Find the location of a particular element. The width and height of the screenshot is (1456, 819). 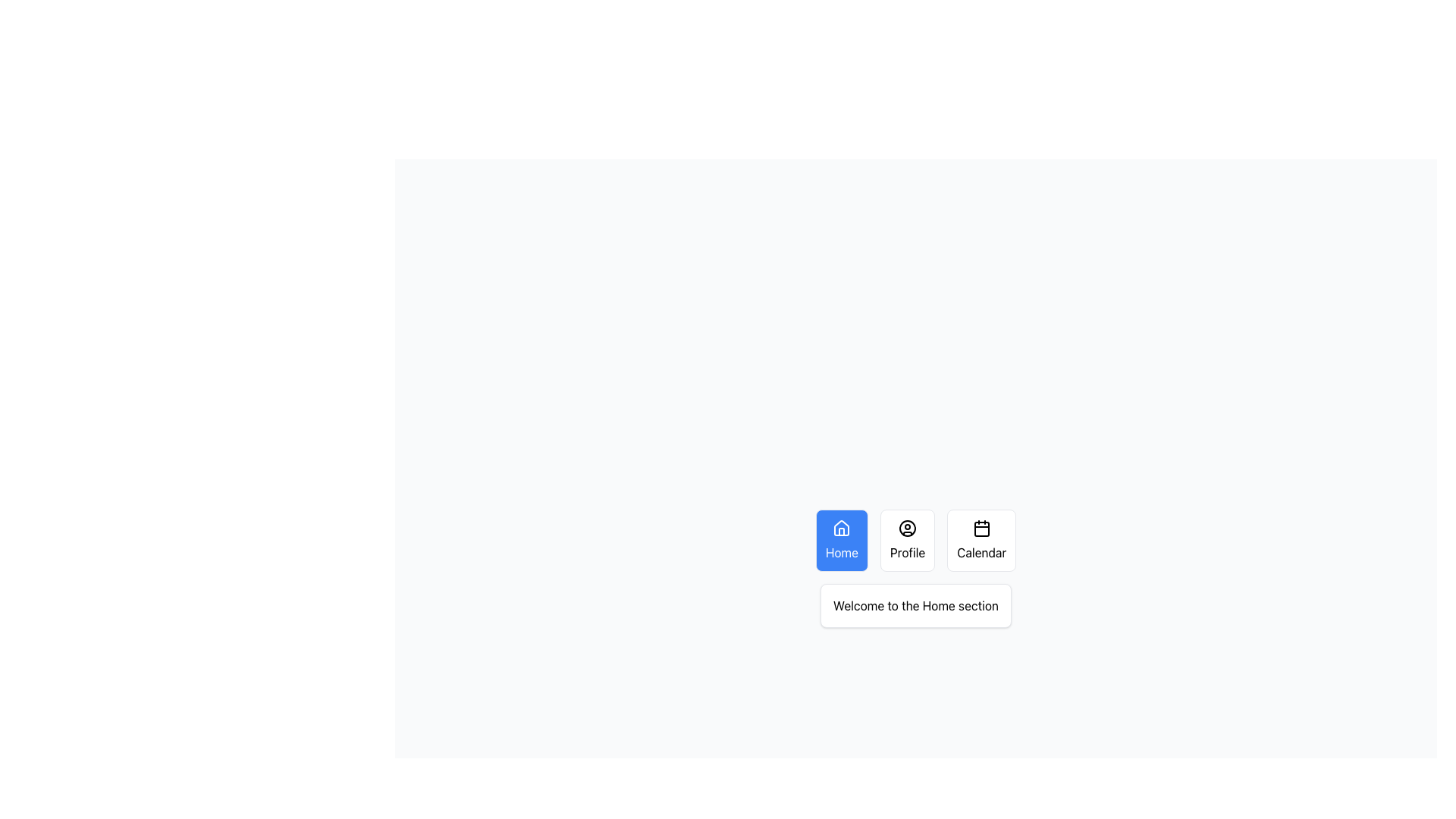

the 'home' icon located at the center-left of the horizontal navigation bar is located at coordinates (841, 531).